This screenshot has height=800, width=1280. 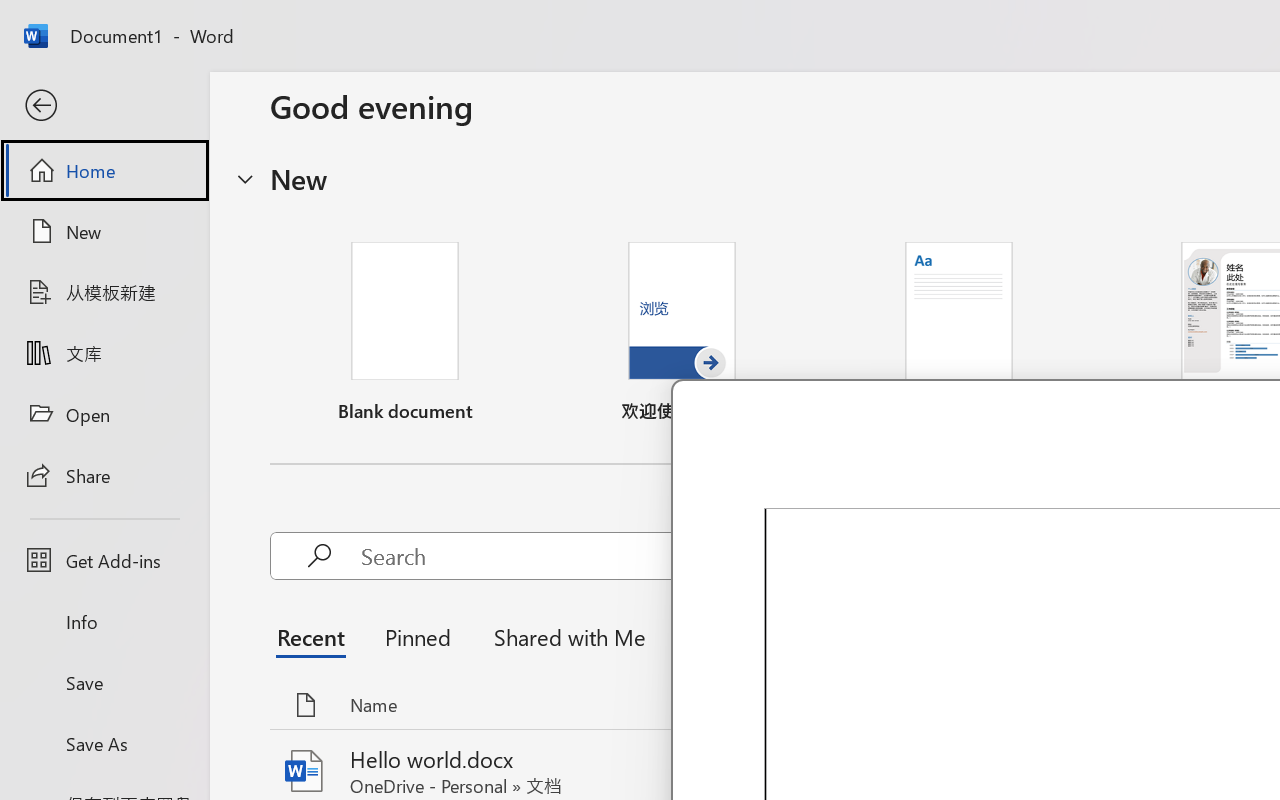 I want to click on 'Blank document', so click(x=404, y=331).